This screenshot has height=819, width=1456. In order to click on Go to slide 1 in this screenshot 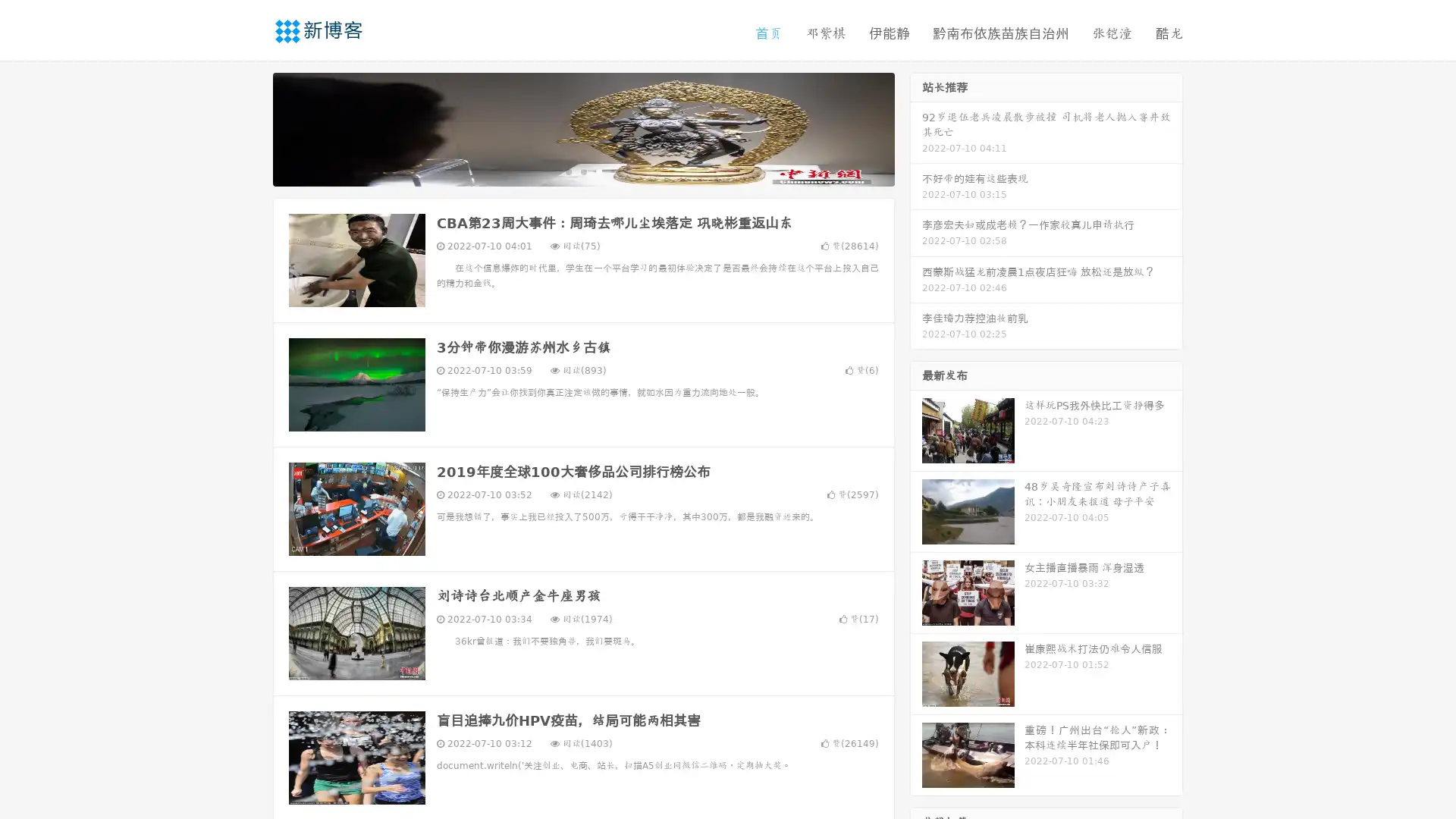, I will do `click(567, 171)`.